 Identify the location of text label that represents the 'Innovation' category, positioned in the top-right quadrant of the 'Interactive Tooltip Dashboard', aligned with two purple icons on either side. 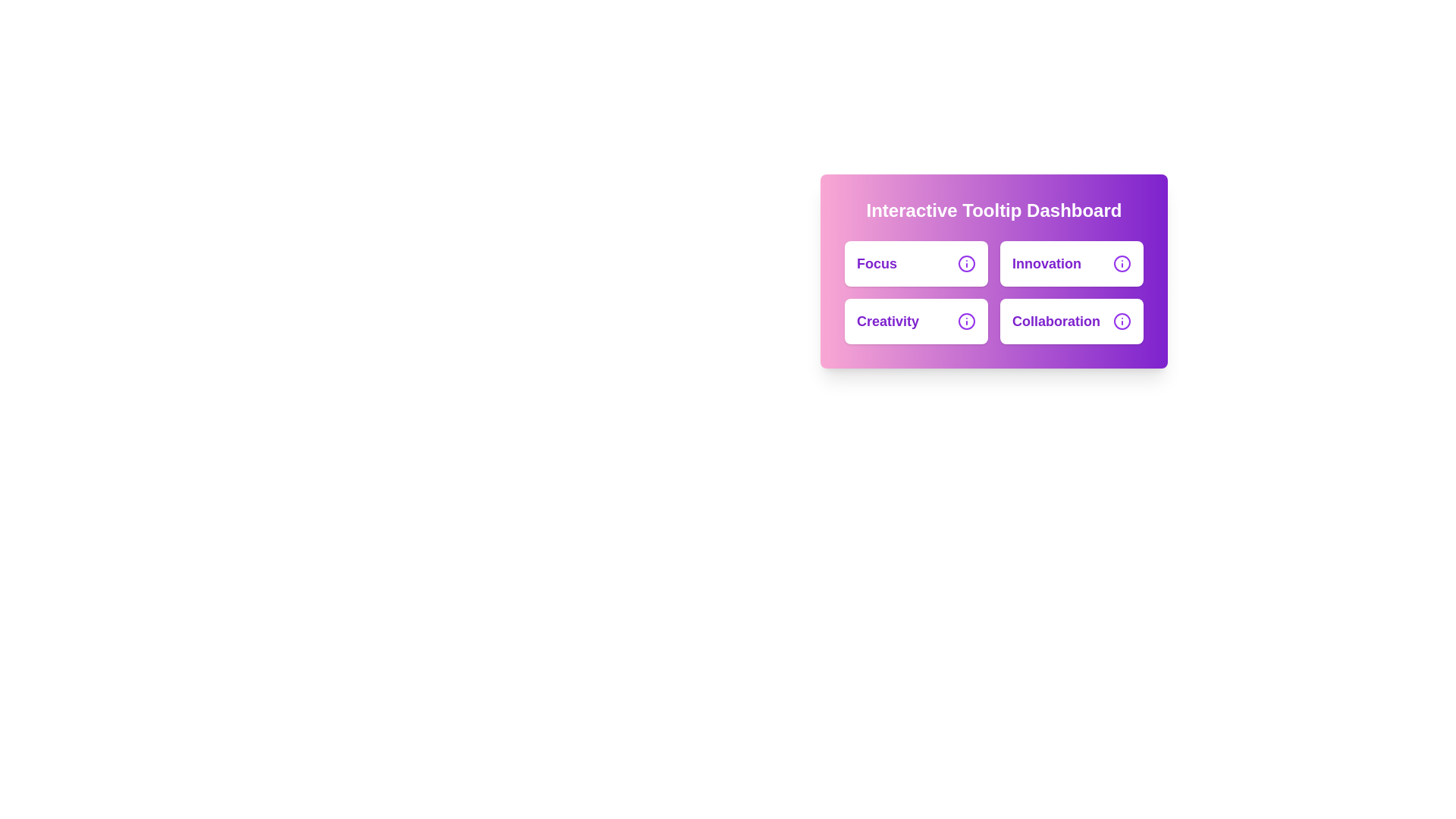
(1046, 262).